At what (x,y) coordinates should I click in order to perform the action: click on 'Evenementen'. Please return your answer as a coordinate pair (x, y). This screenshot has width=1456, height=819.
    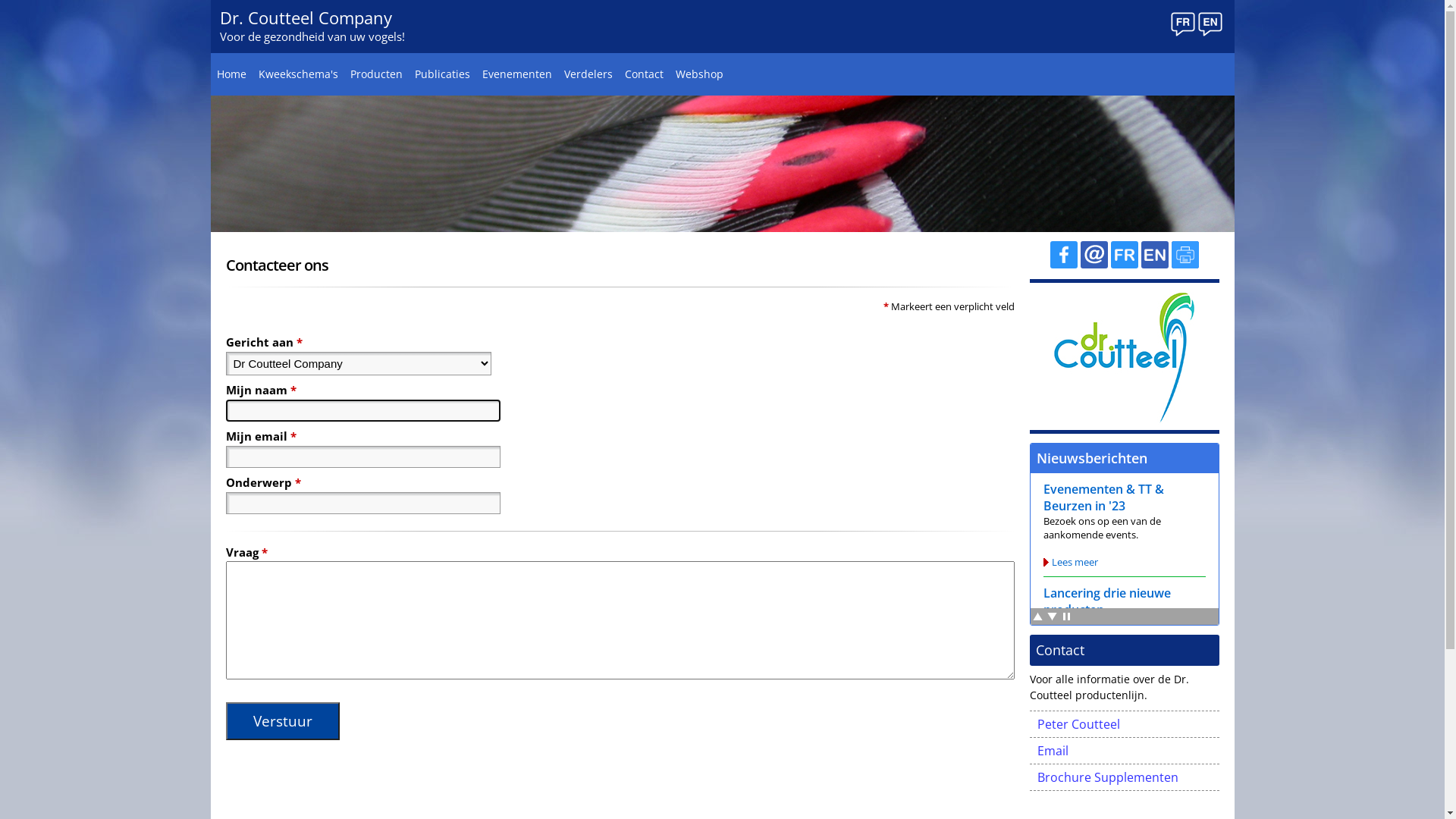
    Looking at the image, I should click on (516, 74).